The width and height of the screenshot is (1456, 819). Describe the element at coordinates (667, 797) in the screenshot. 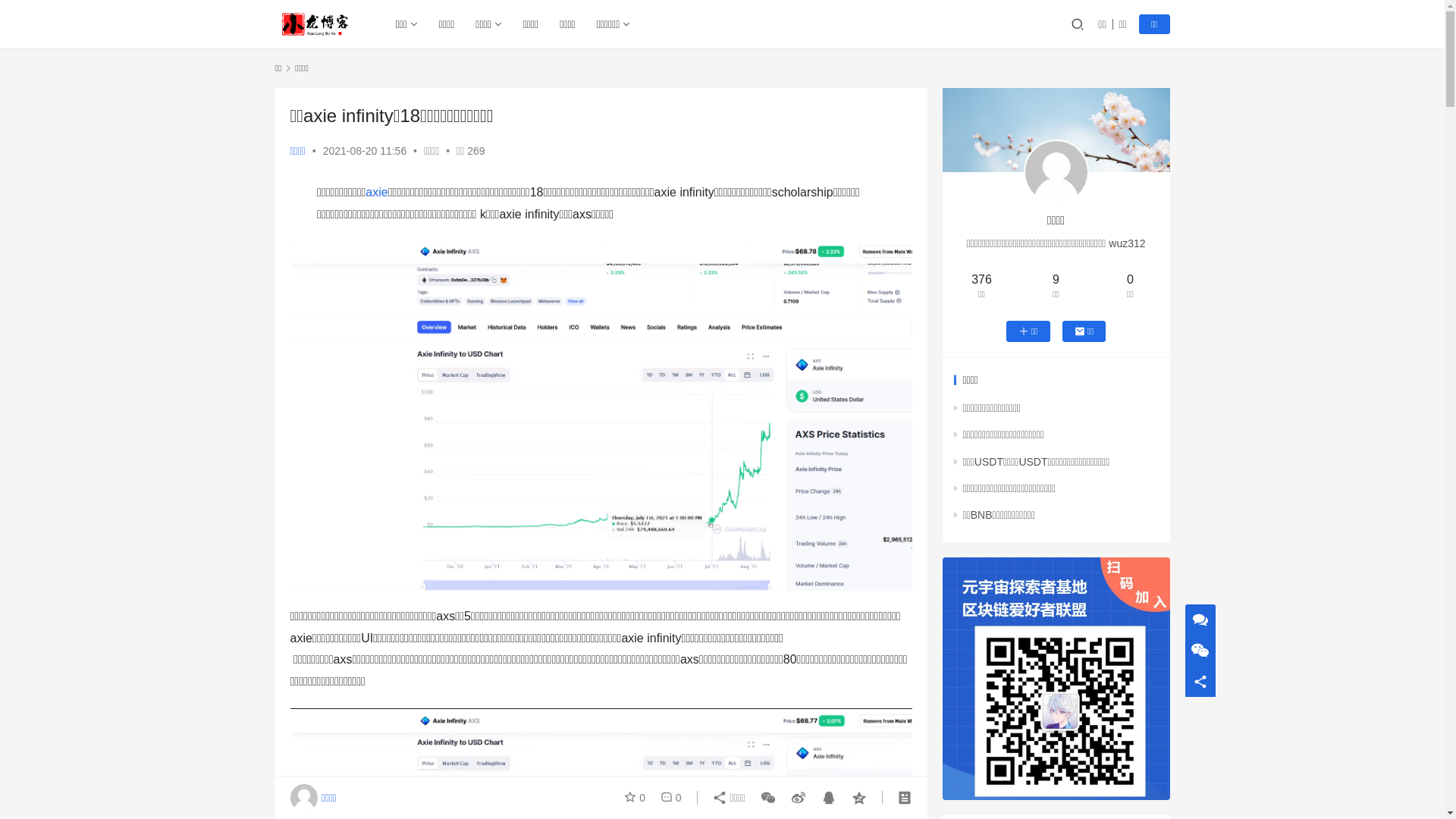

I see `'0'` at that location.